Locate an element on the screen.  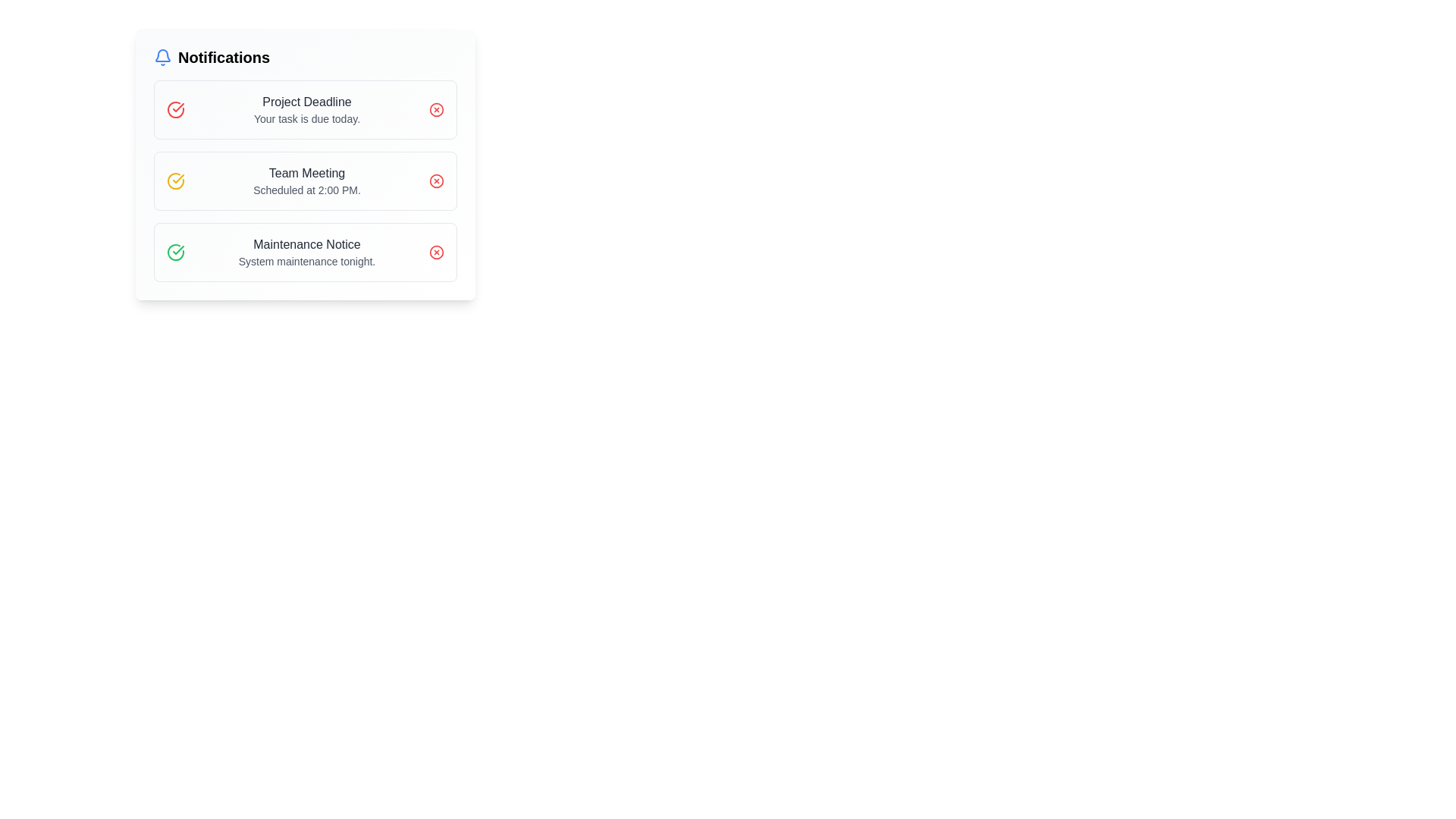
the first icon indicating the completed state of the 'Maintenance Notice' notification entry, located at the top-left of its text block is located at coordinates (175, 251).